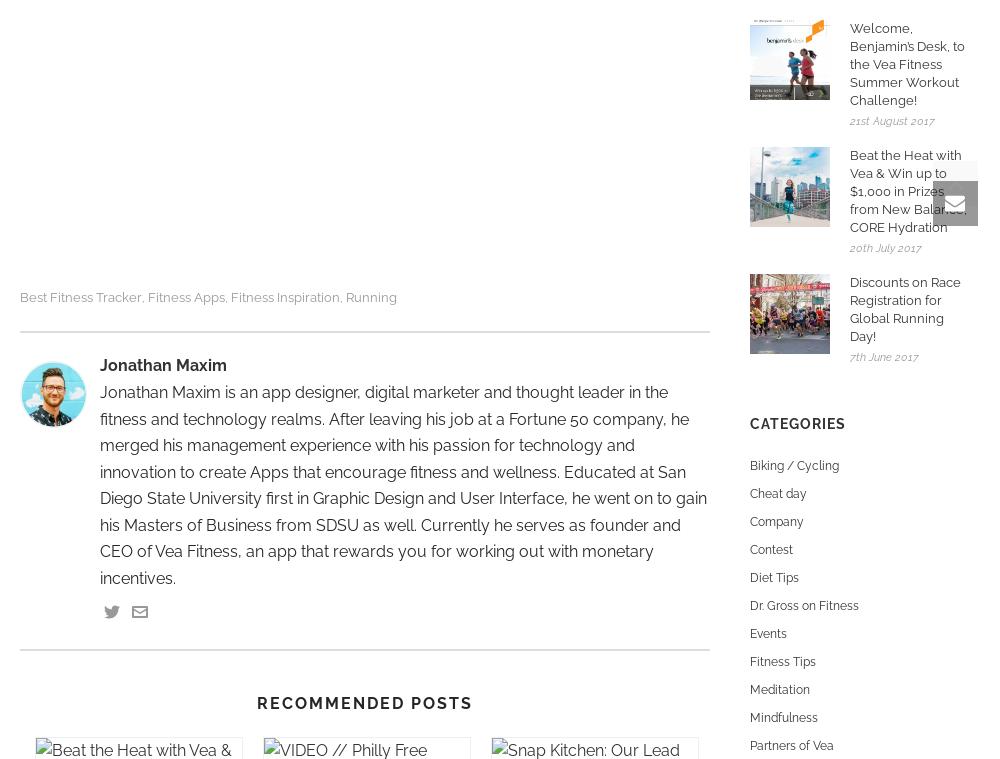  Describe the element at coordinates (884, 355) in the screenshot. I see `'7th June 2017'` at that location.